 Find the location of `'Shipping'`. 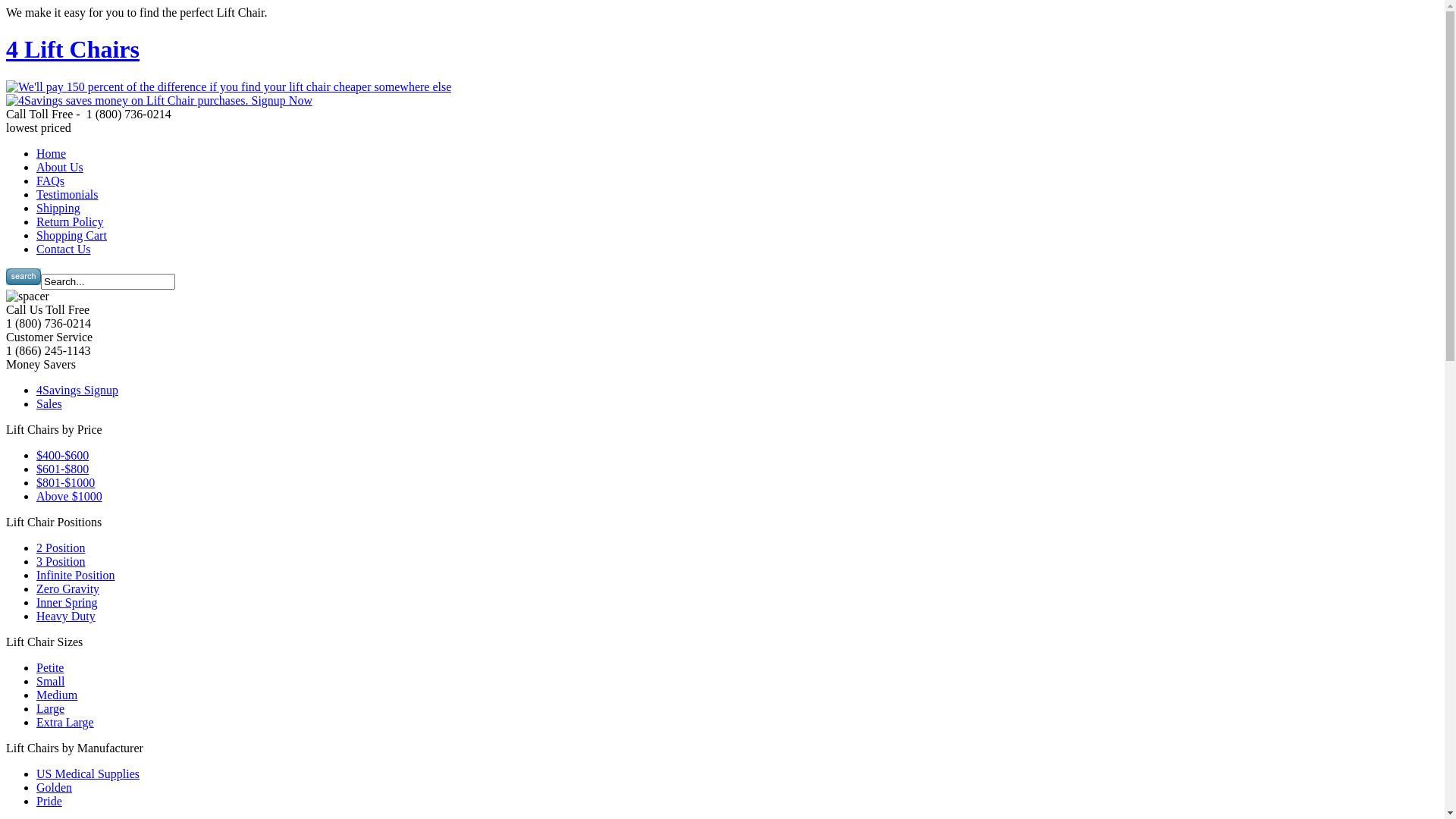

'Shipping' is located at coordinates (58, 208).